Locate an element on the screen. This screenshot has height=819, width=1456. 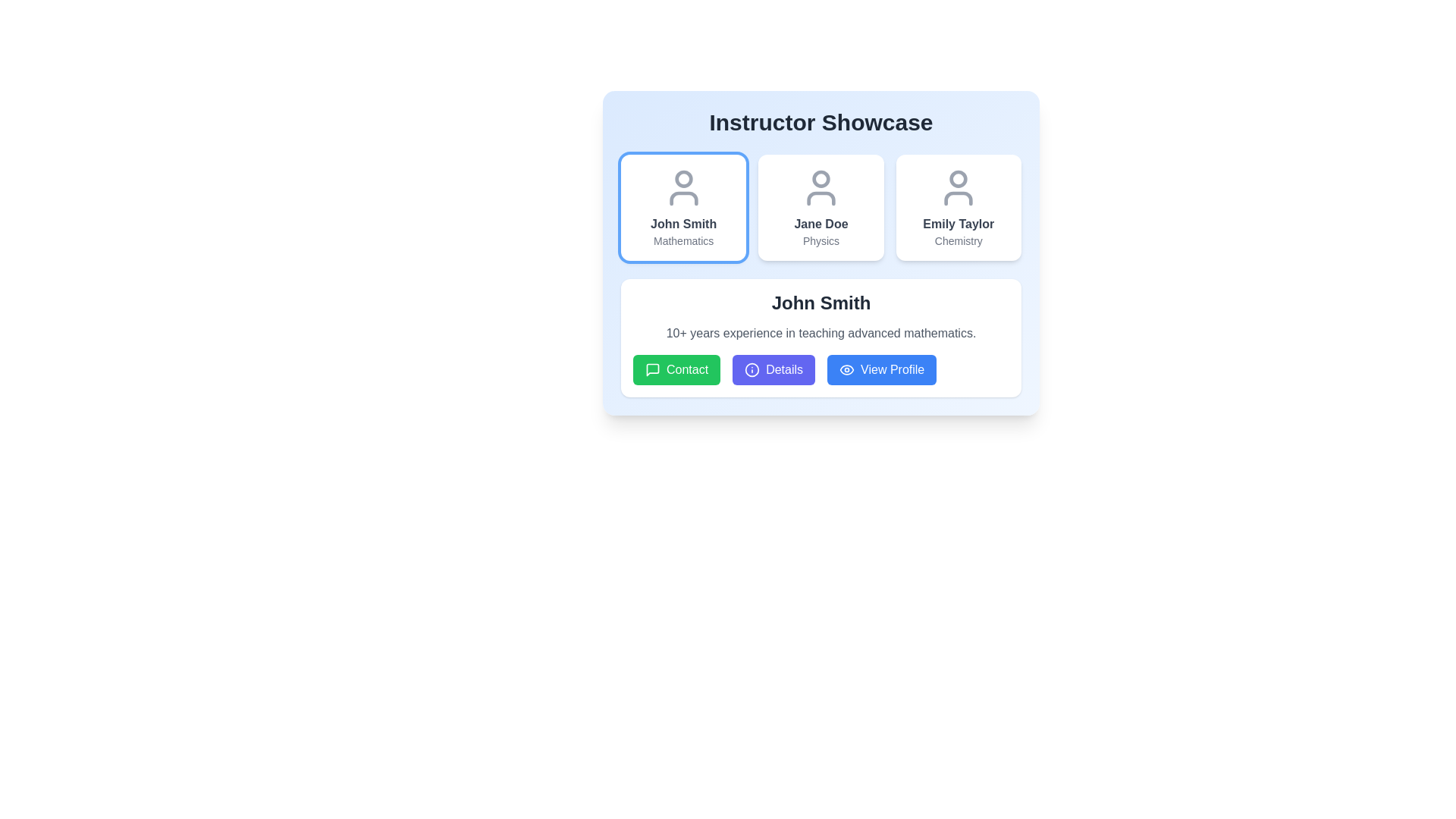
the Profile Card for instructor Jane Doe, which showcases her expertise in Physics, located in the middle column of the grid layout is located at coordinates (821, 253).